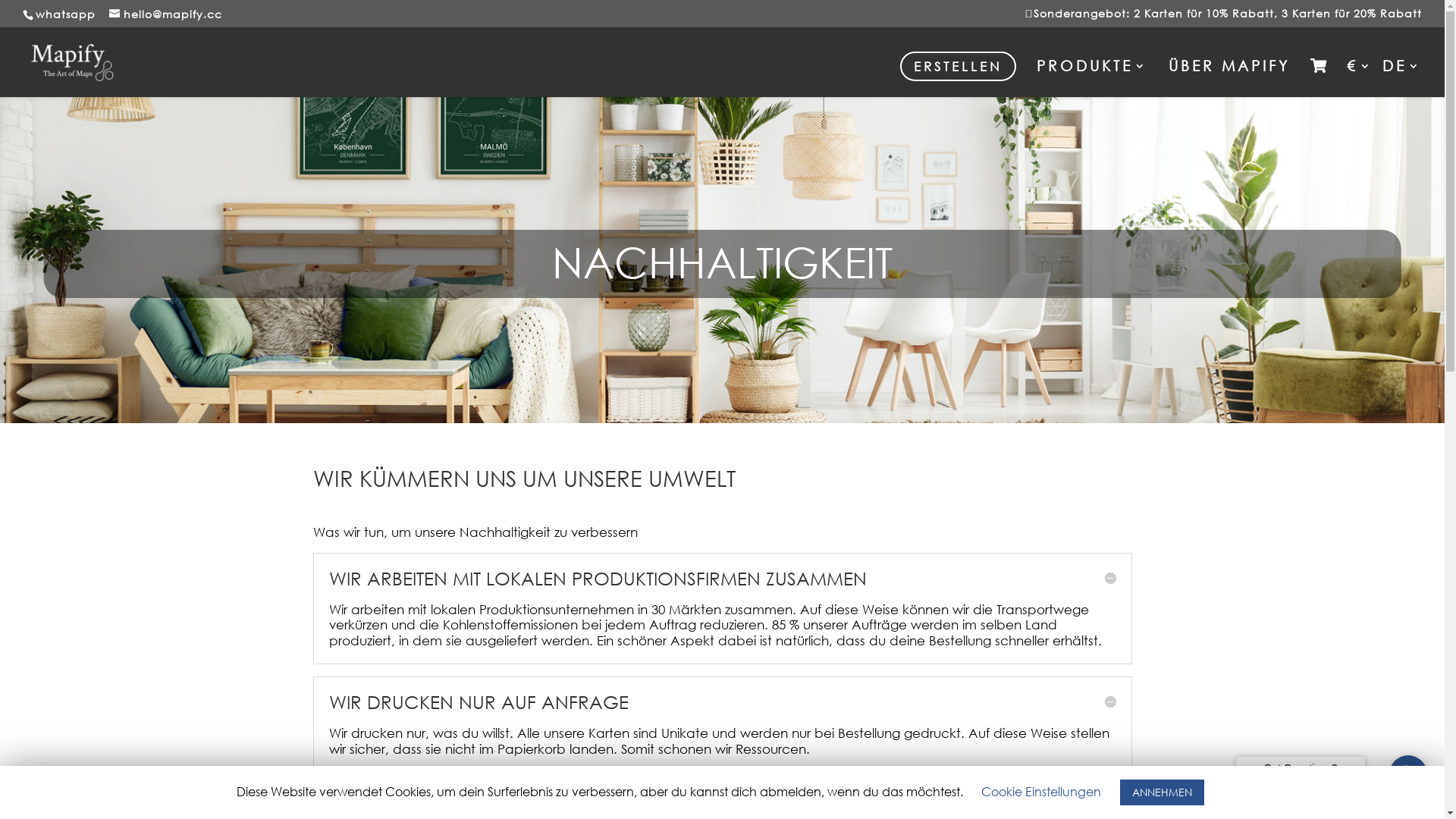 This screenshot has width=1456, height=819. Describe the element at coordinates (899, 65) in the screenshot. I see `'ERSTELLEN'` at that location.